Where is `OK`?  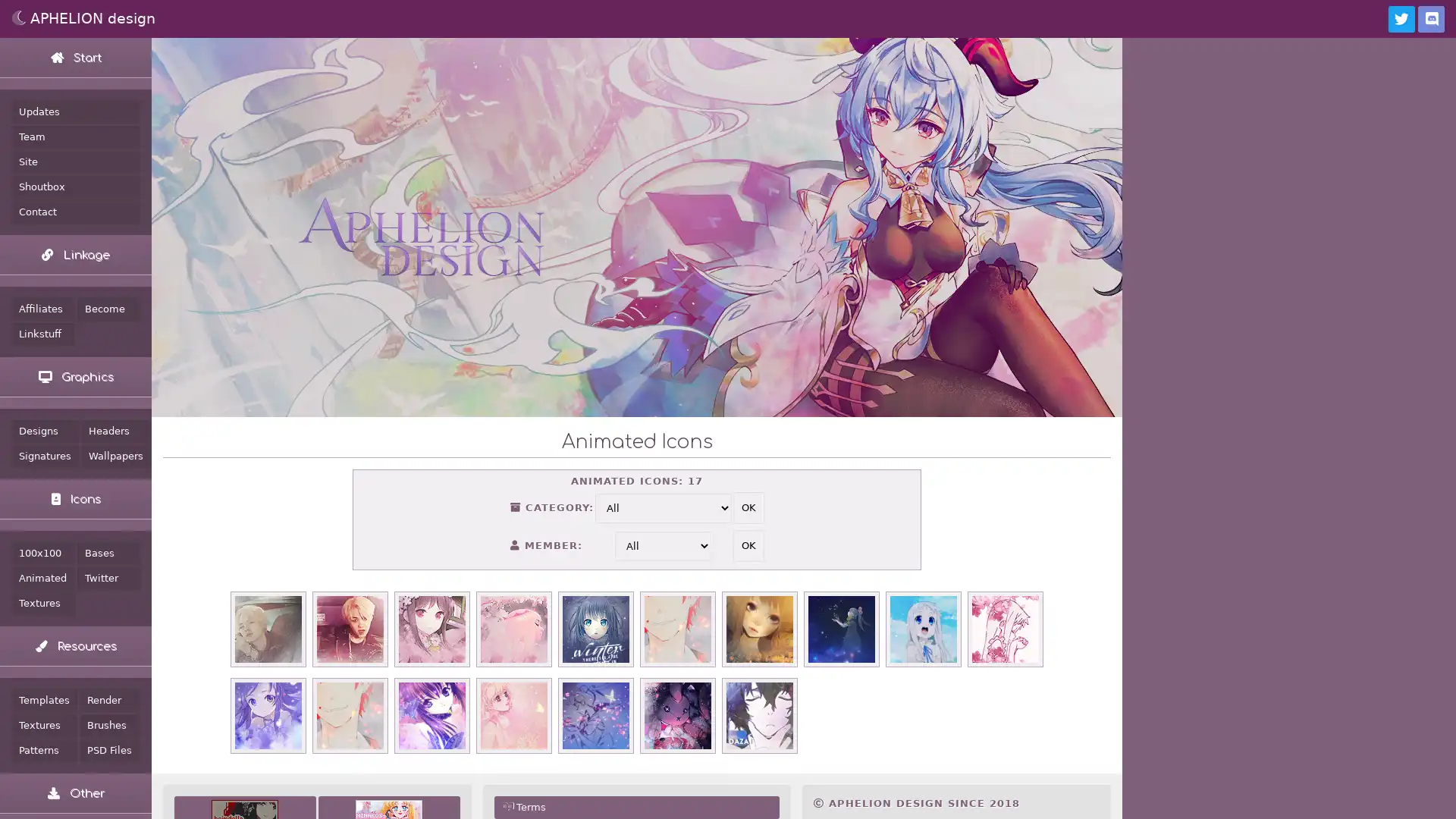
OK is located at coordinates (748, 546).